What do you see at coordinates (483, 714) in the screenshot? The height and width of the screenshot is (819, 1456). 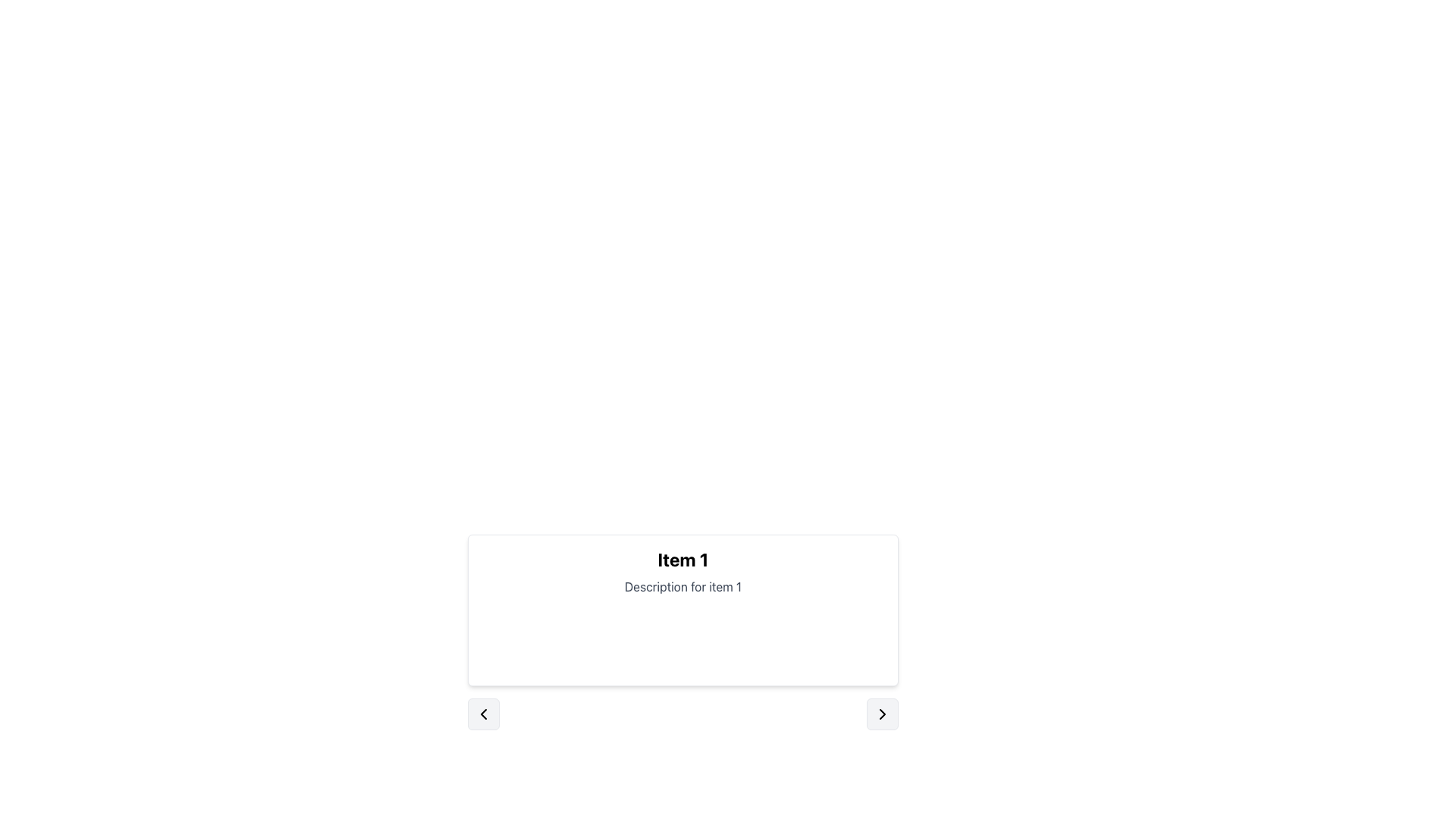 I see `the leftward SVG Arrow button located in the bottom-left corner of the navigation area beneath the 'Item 1' content card` at bounding box center [483, 714].